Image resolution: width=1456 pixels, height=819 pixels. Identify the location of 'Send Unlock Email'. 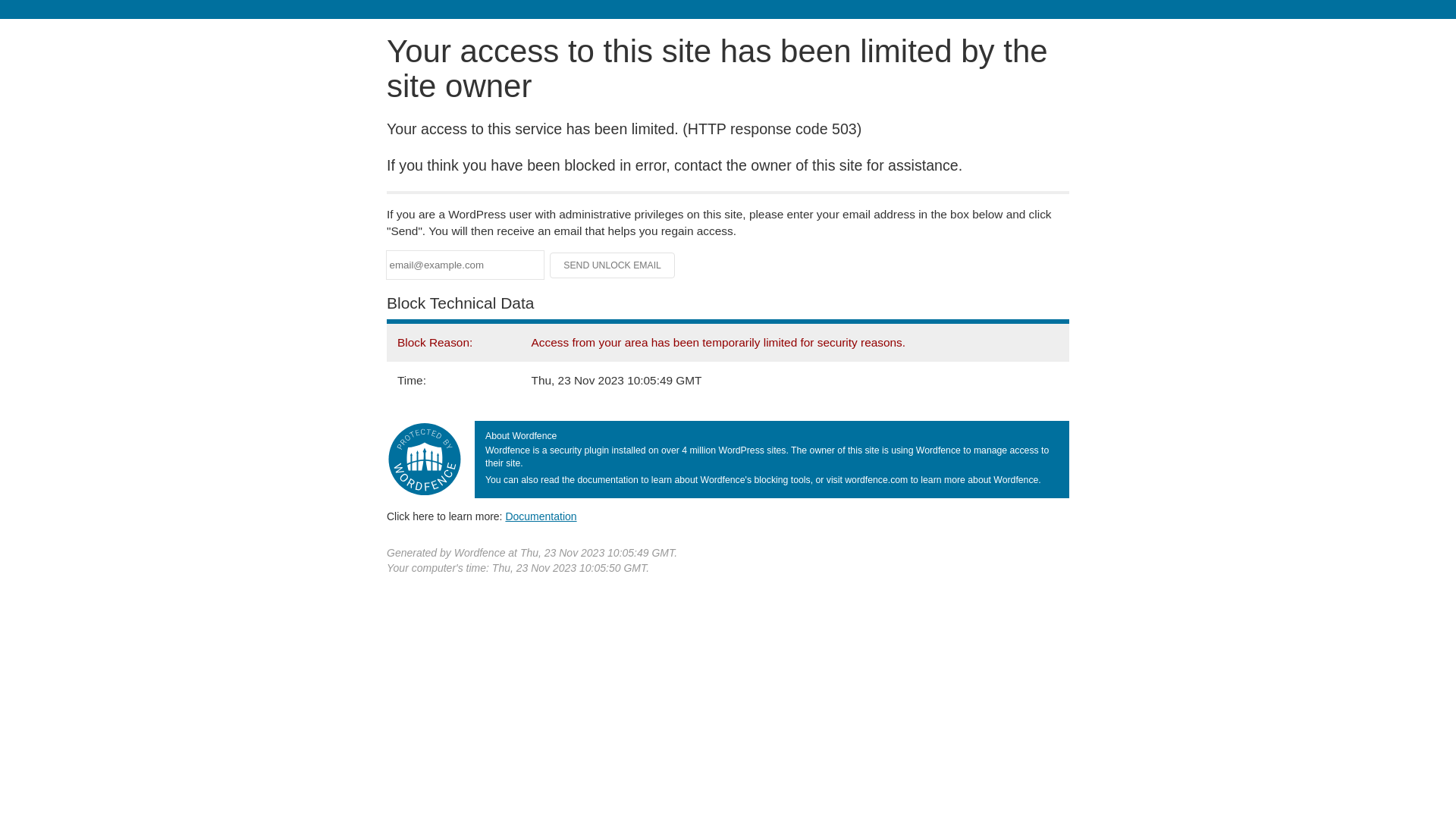
(612, 265).